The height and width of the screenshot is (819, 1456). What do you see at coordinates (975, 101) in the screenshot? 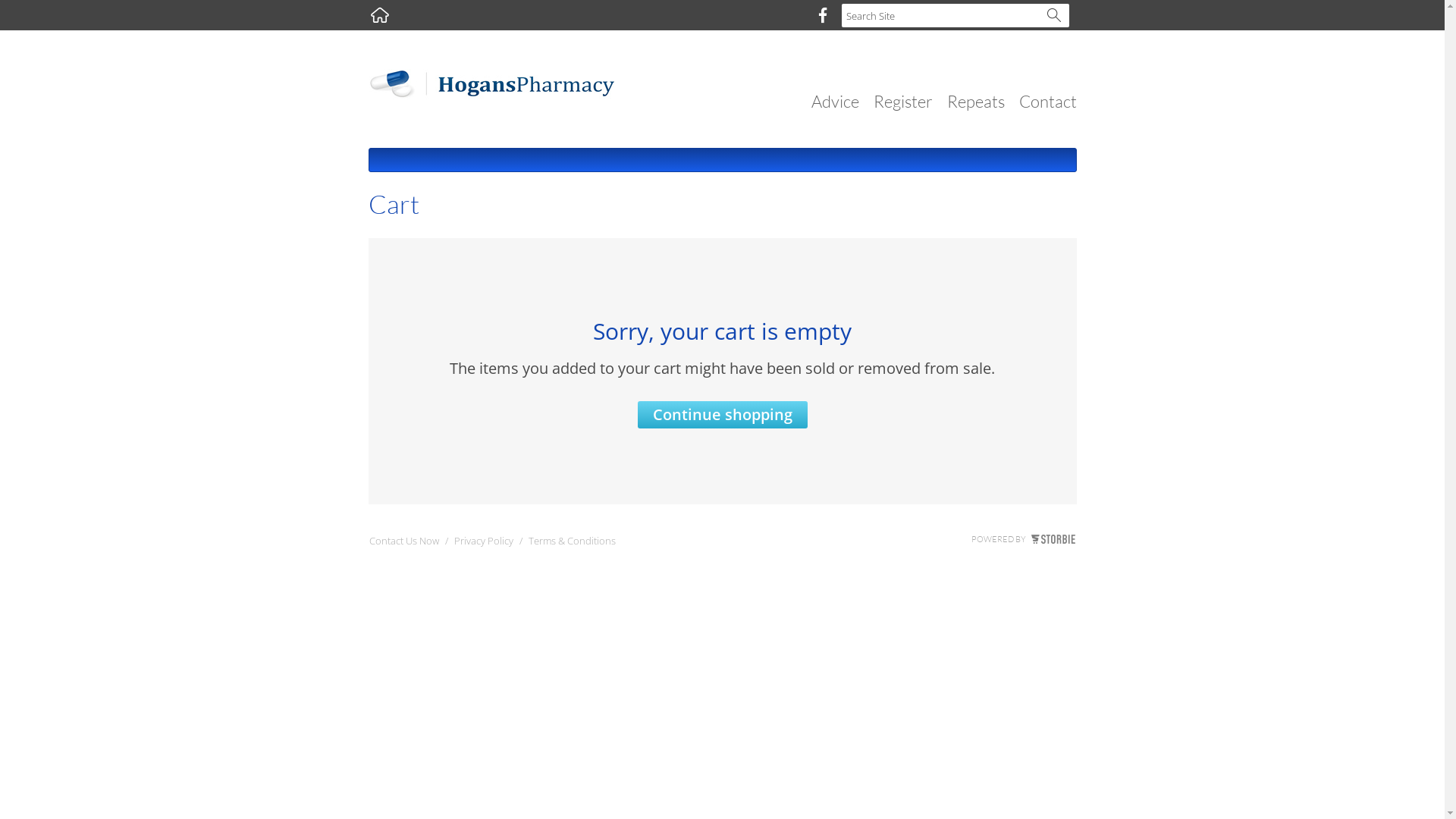
I see `'Repeats'` at bounding box center [975, 101].